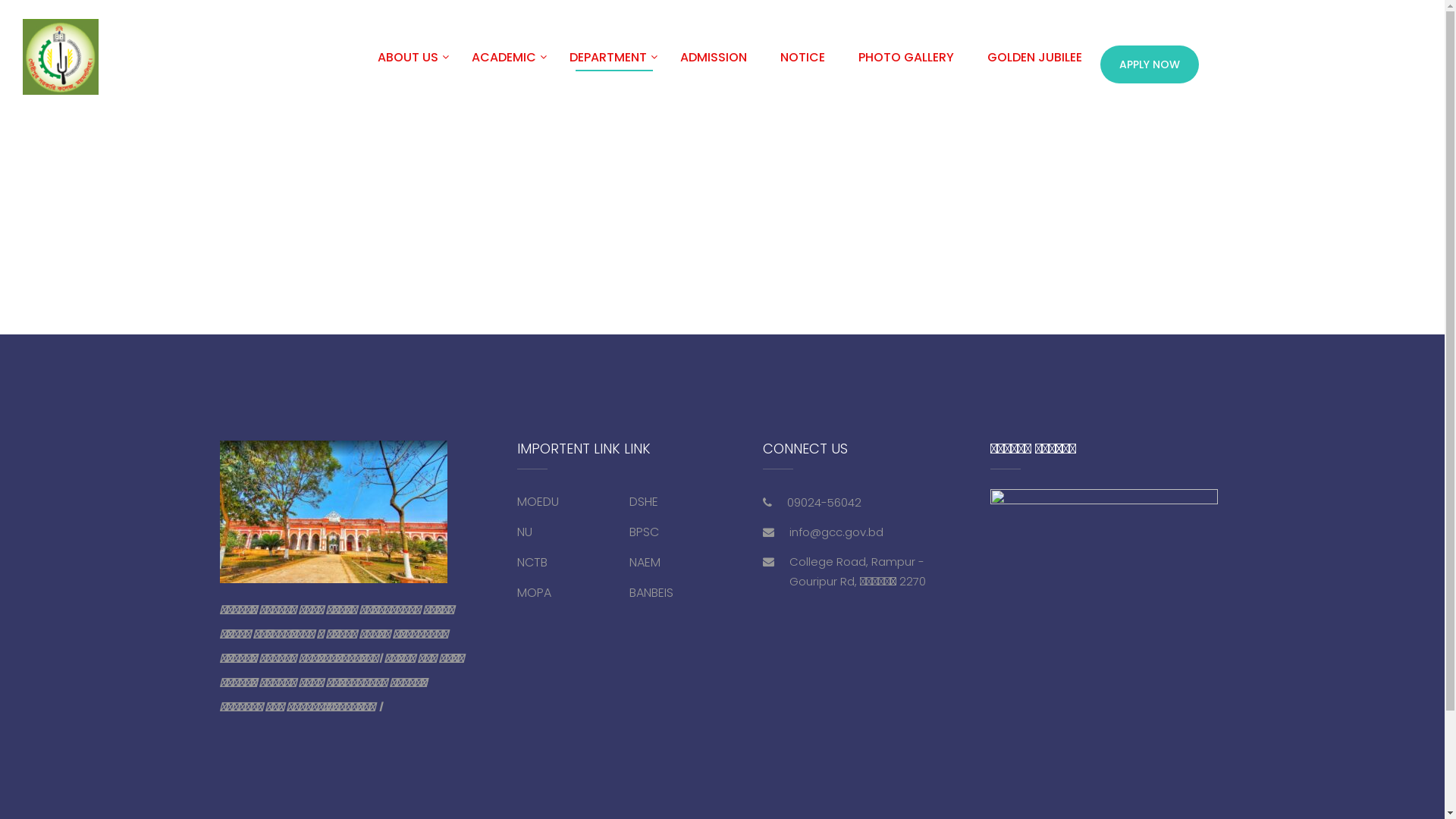  What do you see at coordinates (644, 501) in the screenshot?
I see `'DSHE'` at bounding box center [644, 501].